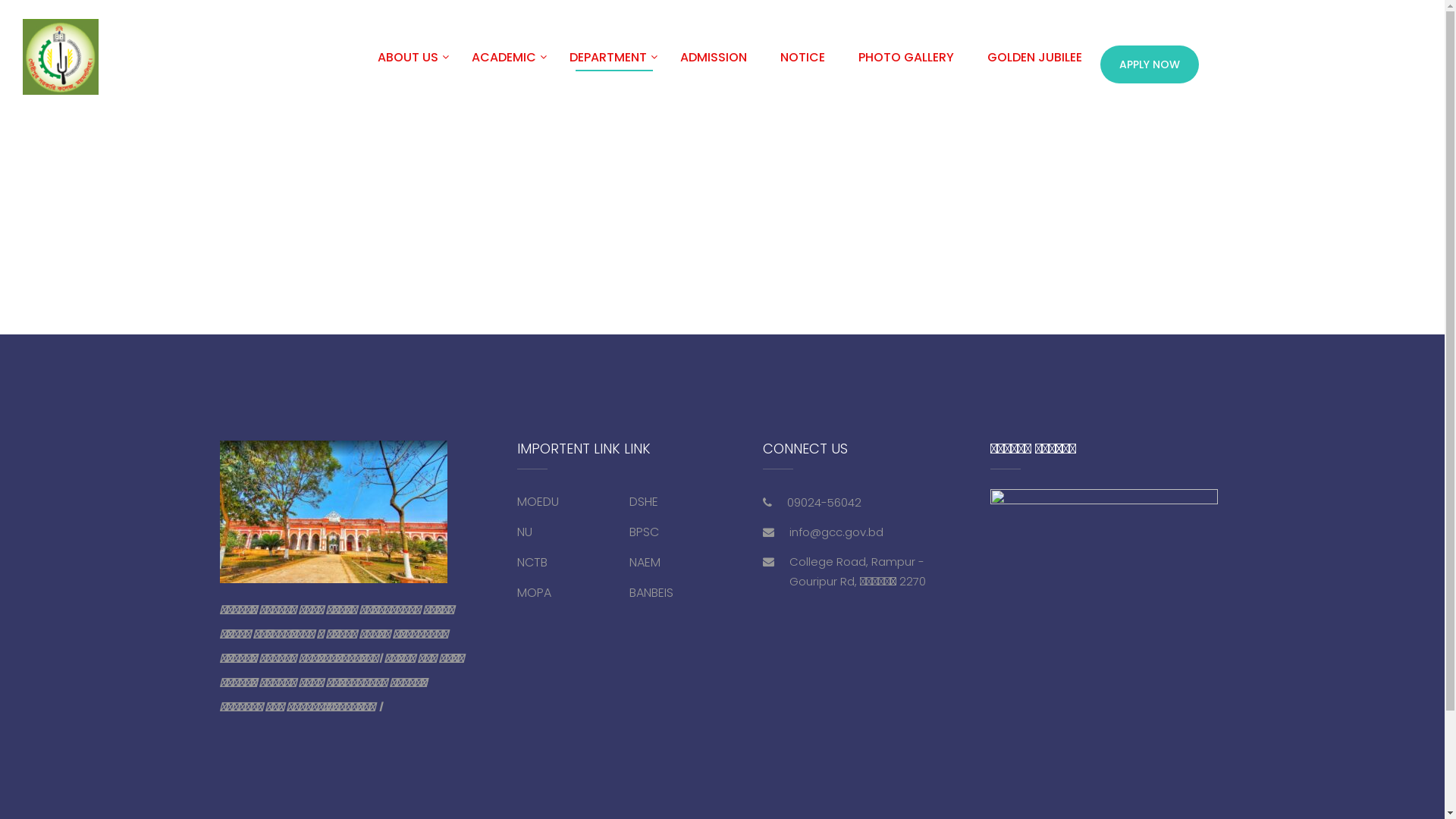  What do you see at coordinates (644, 501) in the screenshot?
I see `'DSHE'` at bounding box center [644, 501].